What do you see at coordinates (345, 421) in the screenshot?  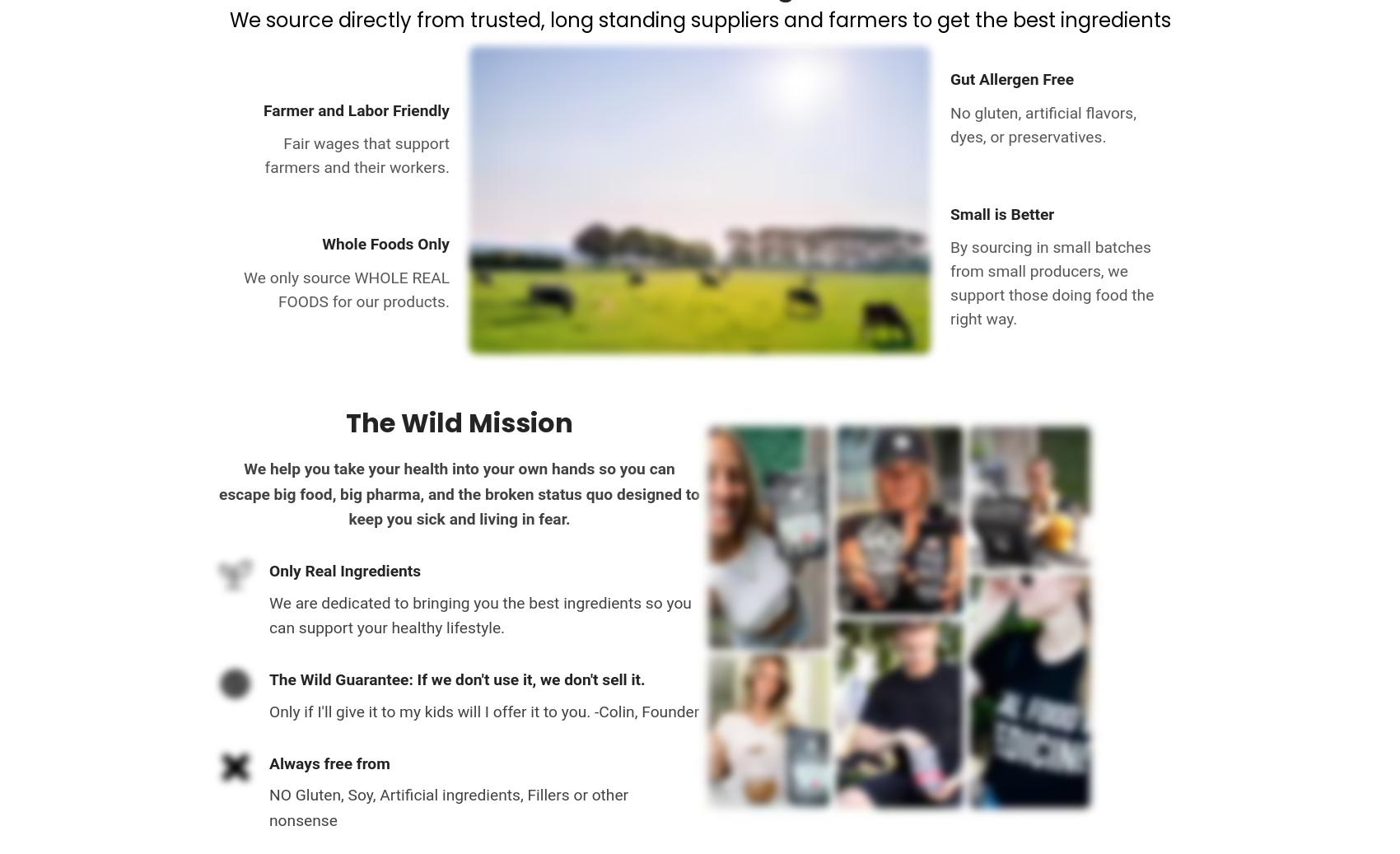 I see `'The Wild Mission'` at bounding box center [345, 421].